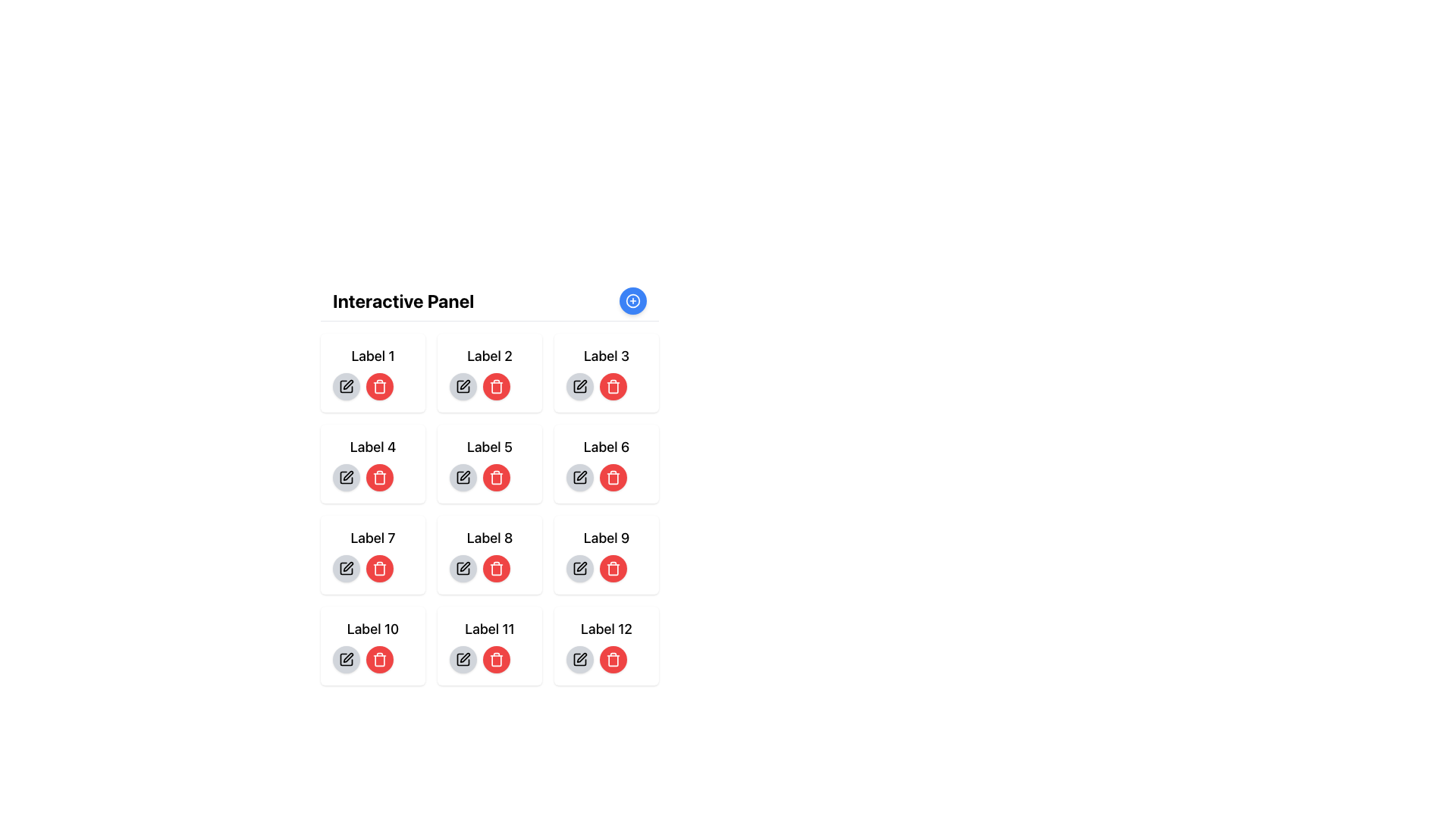 The width and height of the screenshot is (1456, 819). Describe the element at coordinates (496, 568) in the screenshot. I see `the delete button located in the panel labeled 'Label 8', which is the rightmost button next to a gray circular button with a pencil icon, to initiate the deletion process` at that location.